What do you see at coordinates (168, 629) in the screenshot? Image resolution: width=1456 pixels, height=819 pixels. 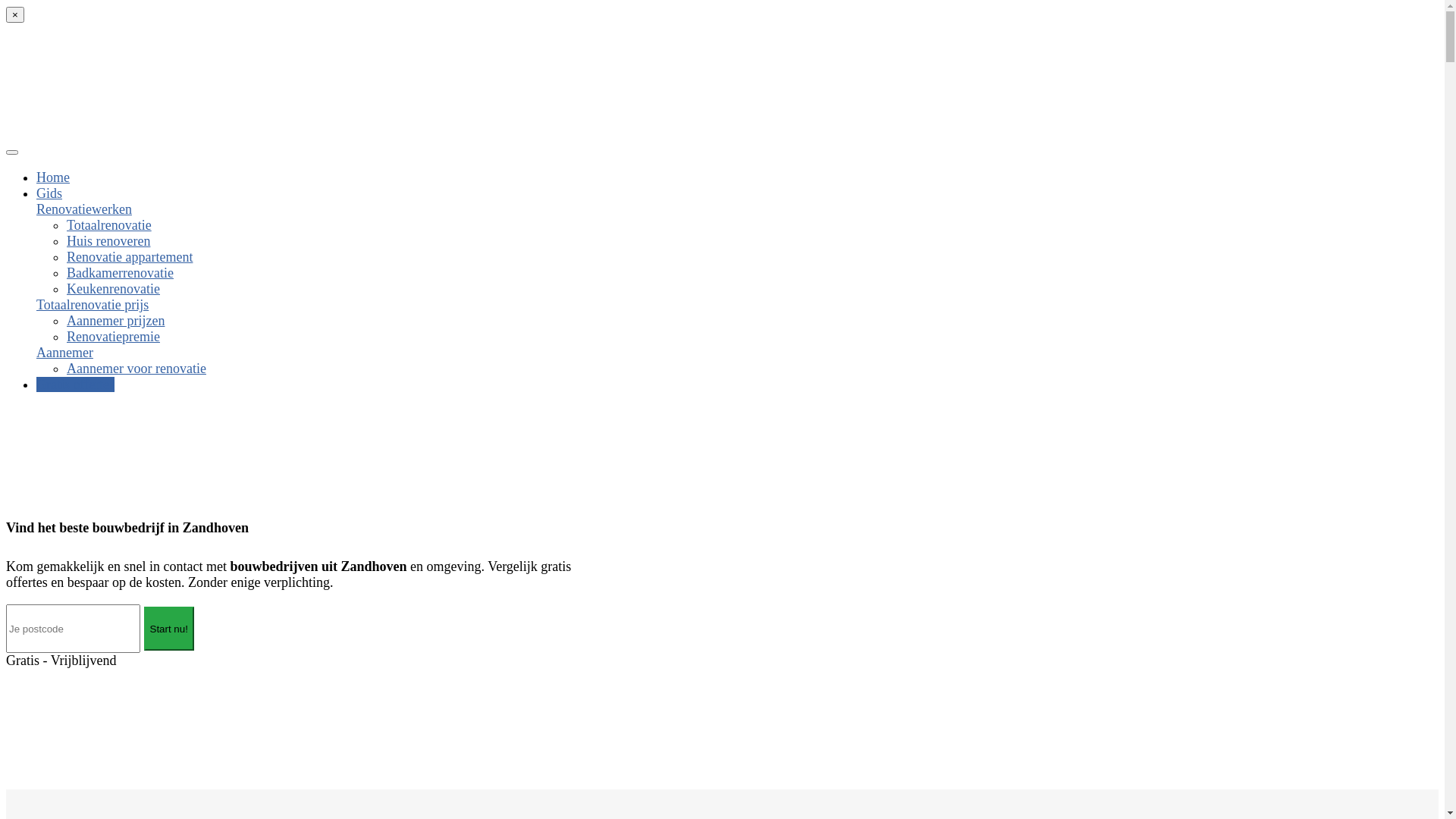 I see `'Start nu!'` at bounding box center [168, 629].